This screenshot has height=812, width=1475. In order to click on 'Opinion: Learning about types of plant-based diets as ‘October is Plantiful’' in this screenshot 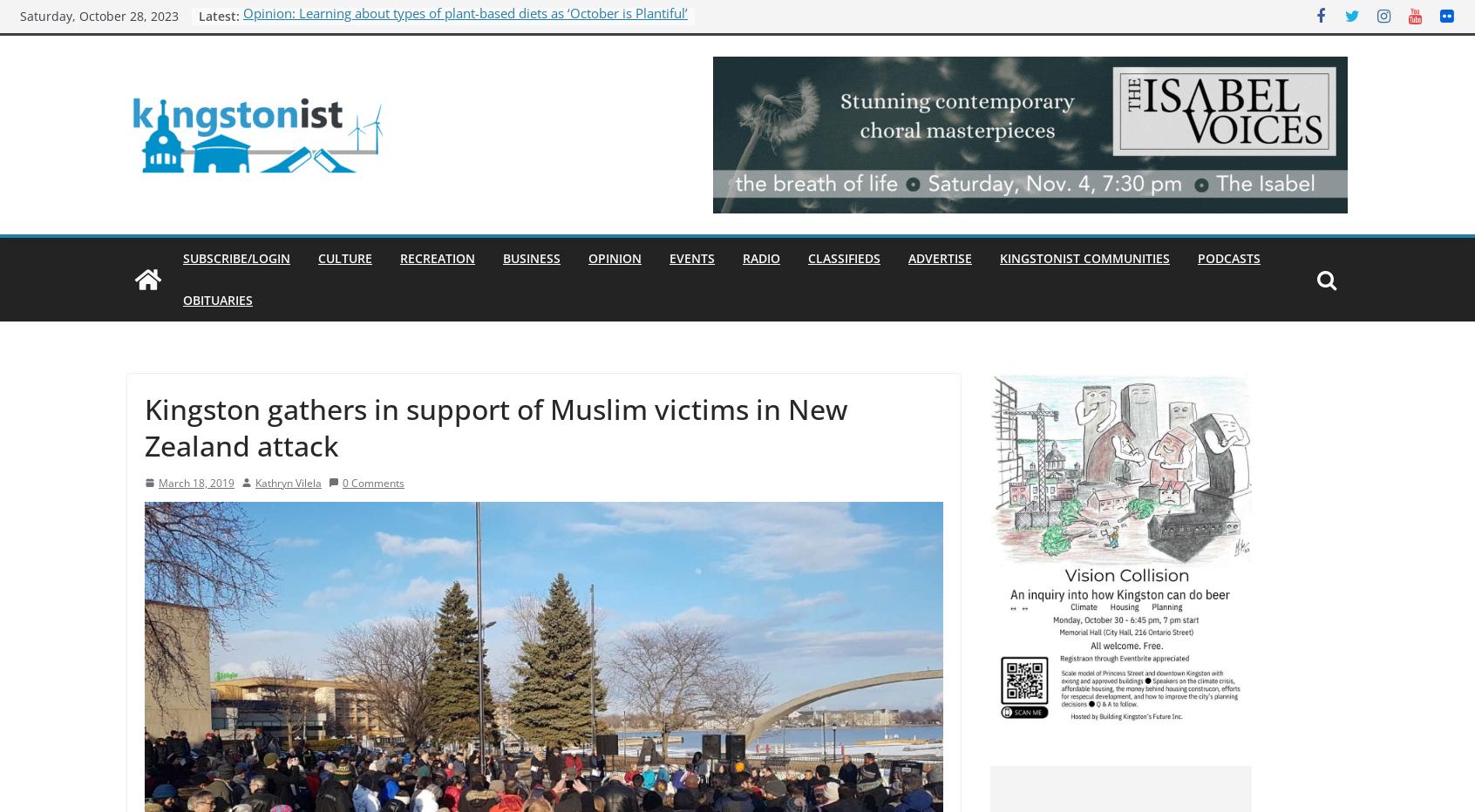, I will do `click(465, 16)`.